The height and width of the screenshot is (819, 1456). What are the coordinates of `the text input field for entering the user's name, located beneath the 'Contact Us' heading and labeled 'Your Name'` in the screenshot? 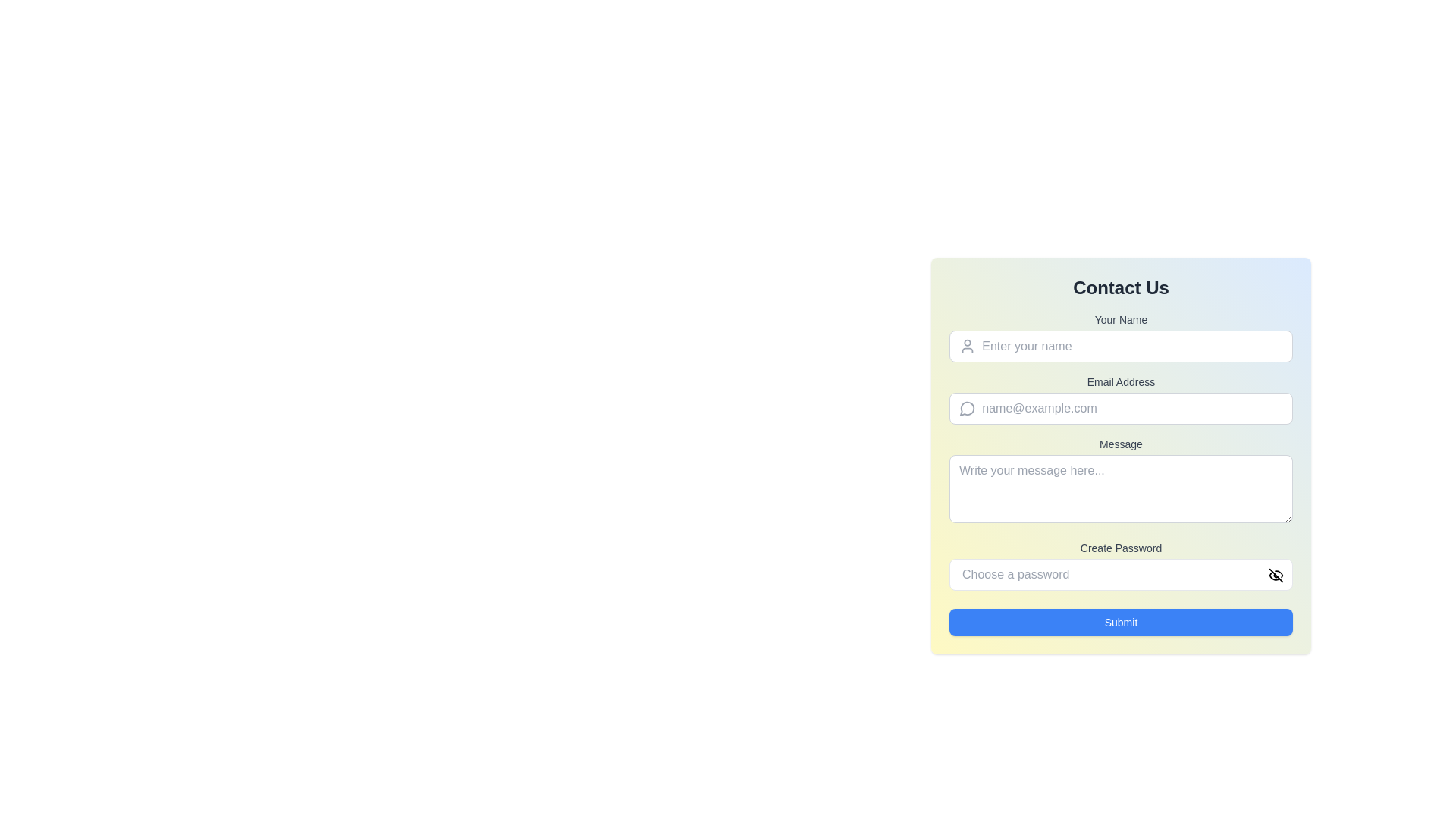 It's located at (1121, 336).